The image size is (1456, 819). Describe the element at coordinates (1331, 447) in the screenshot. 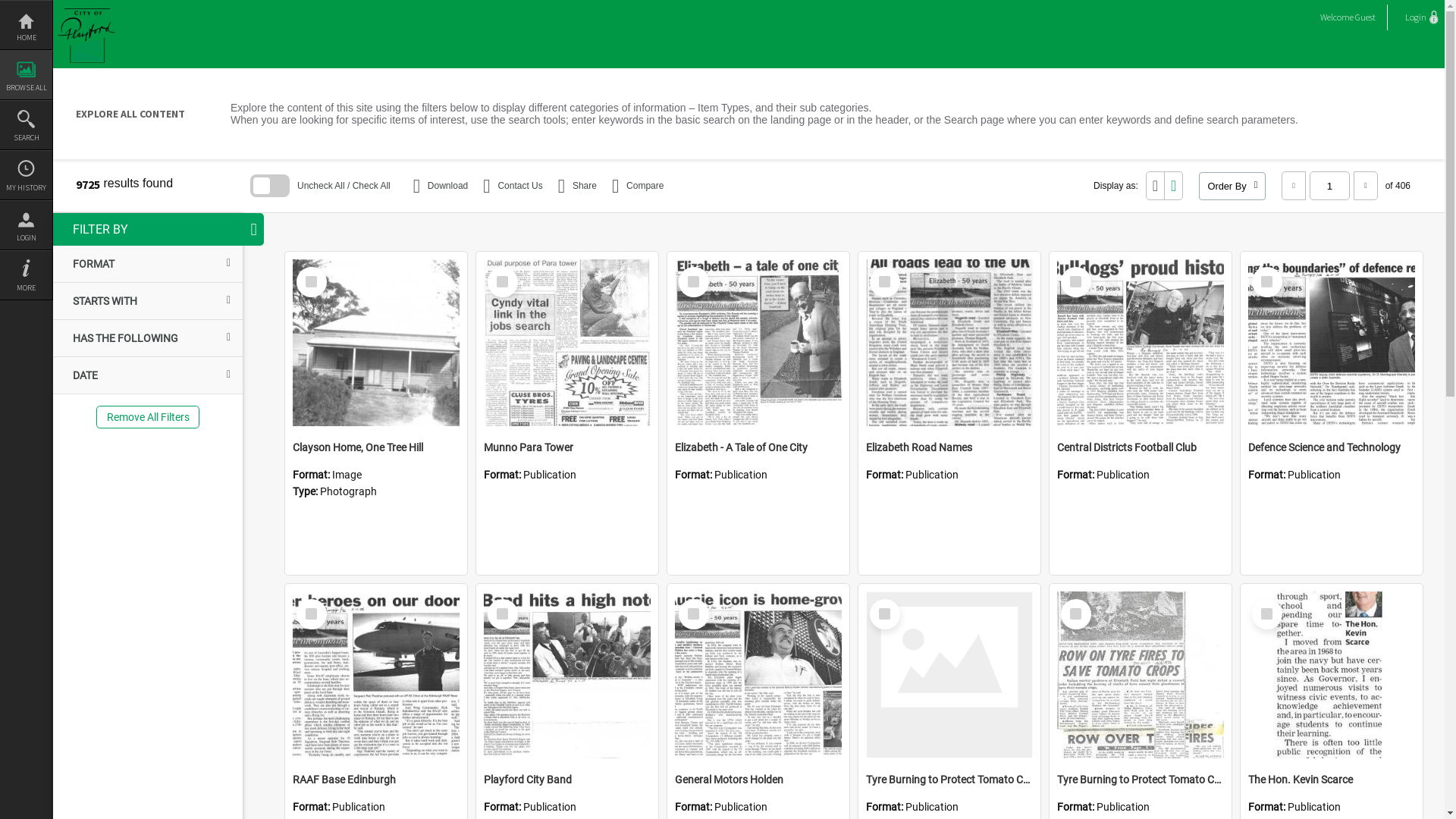

I see `'Defence Science and Technology'` at that location.